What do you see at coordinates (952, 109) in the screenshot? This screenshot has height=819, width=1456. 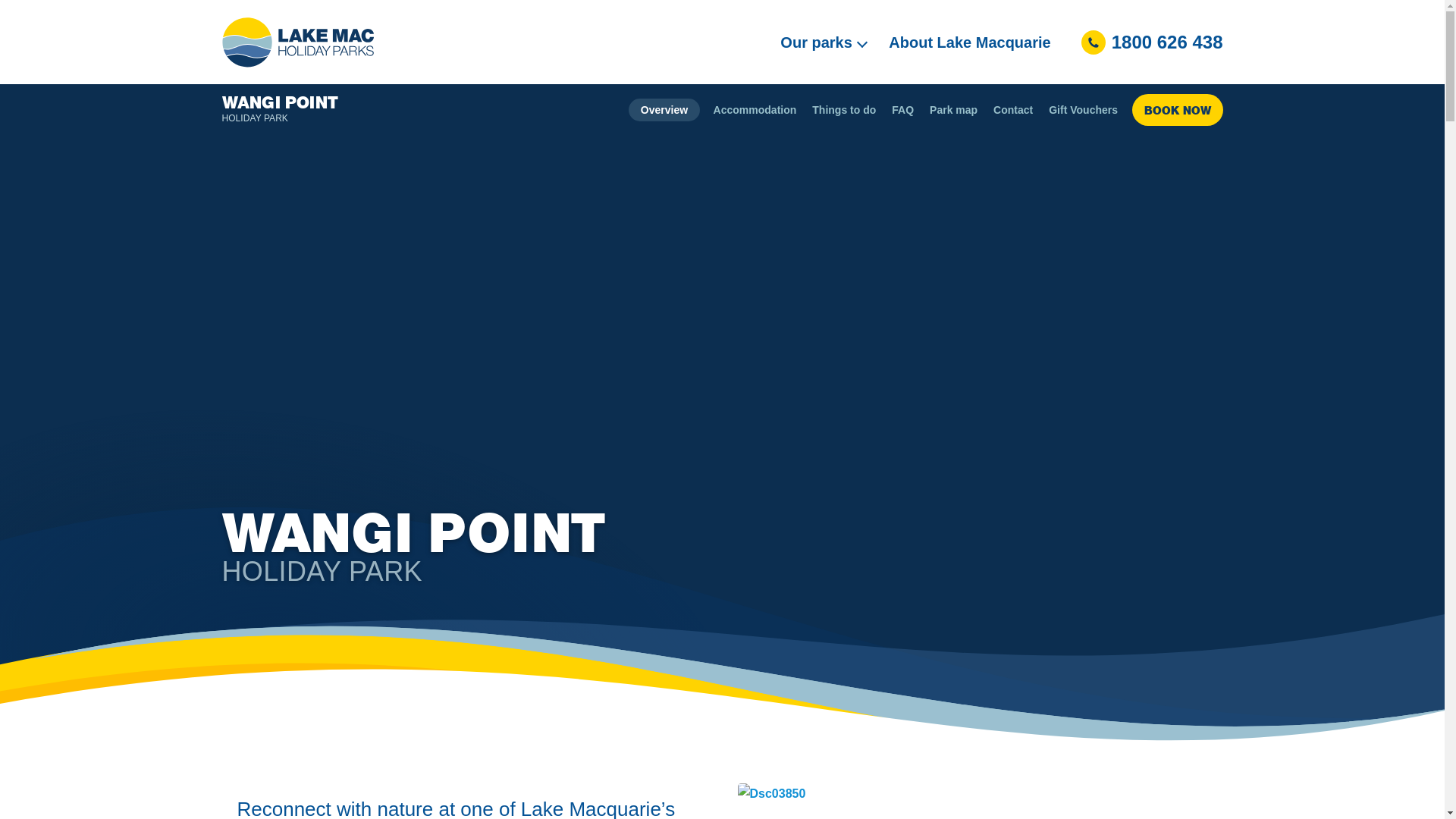 I see `'Park map'` at bounding box center [952, 109].